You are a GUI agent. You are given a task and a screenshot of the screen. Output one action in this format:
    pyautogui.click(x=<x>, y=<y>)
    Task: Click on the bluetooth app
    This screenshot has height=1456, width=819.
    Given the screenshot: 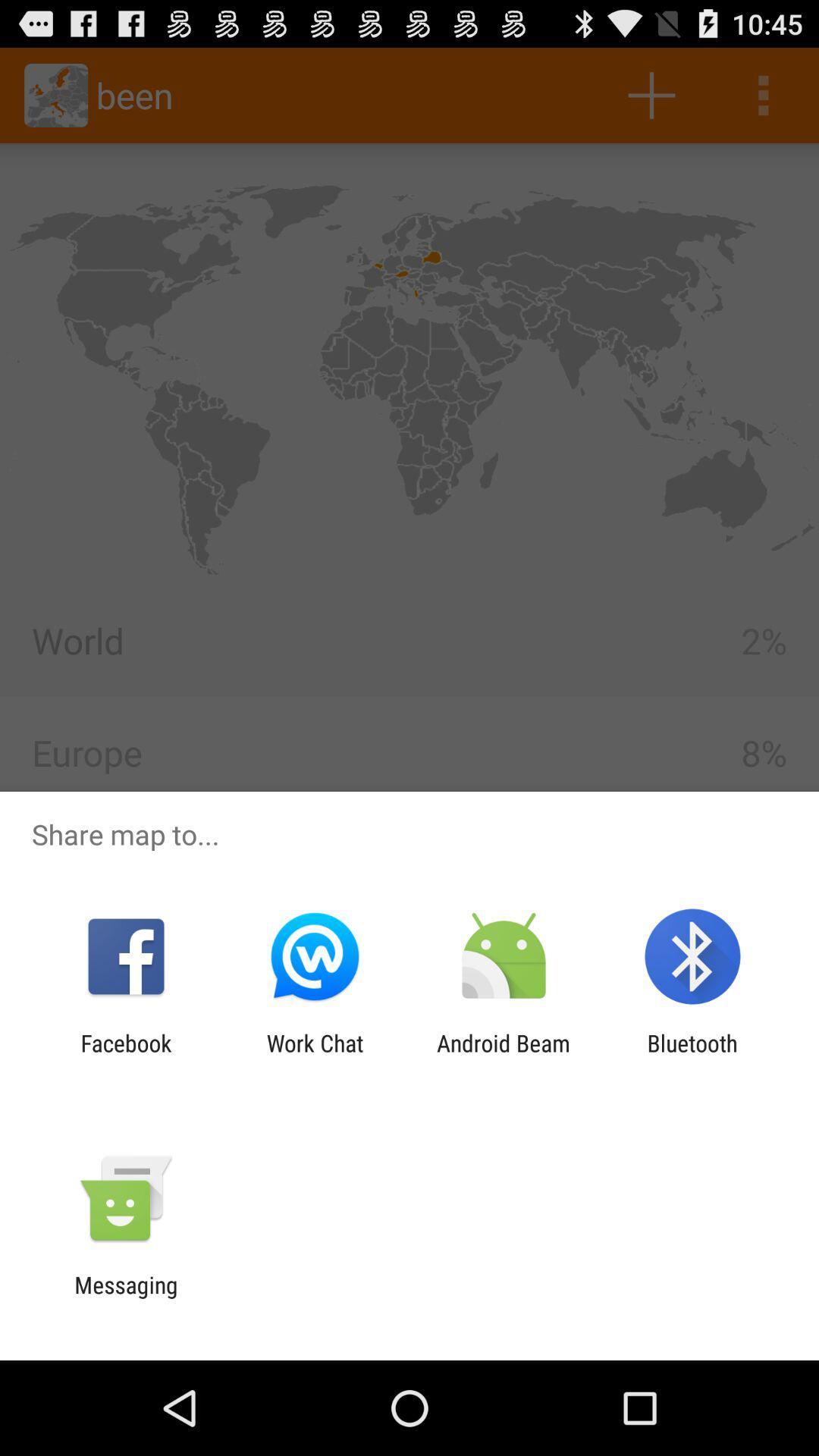 What is the action you would take?
    pyautogui.click(x=692, y=1056)
    